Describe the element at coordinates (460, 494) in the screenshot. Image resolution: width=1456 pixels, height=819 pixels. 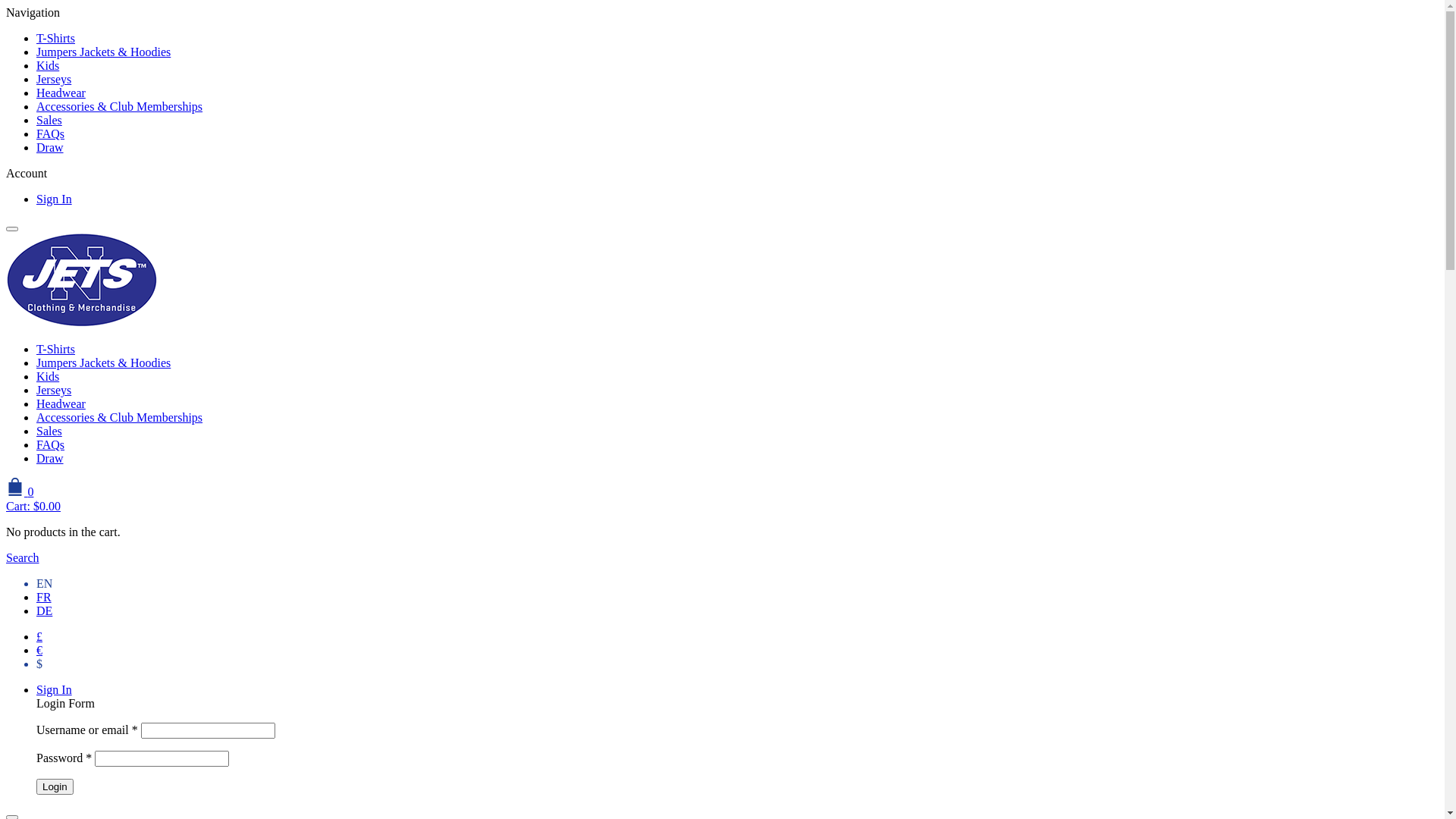
I see `'0` at that location.